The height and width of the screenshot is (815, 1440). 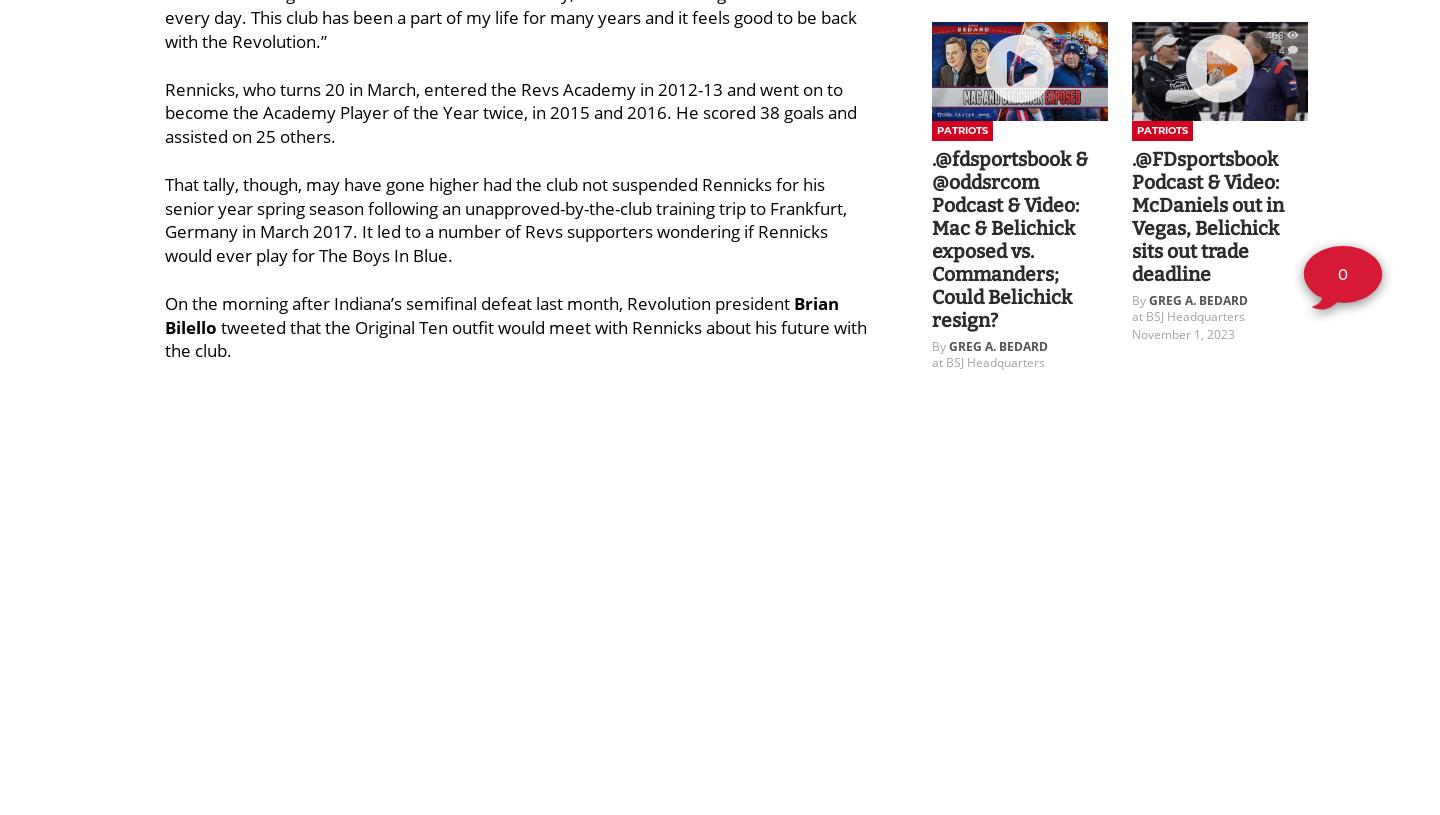 What do you see at coordinates (1207, 215) in the screenshot?
I see `'.@FDsportsbook Podcast & Video: McDaniels out in Vegas, Belichick sits out trade deadline'` at bounding box center [1207, 215].